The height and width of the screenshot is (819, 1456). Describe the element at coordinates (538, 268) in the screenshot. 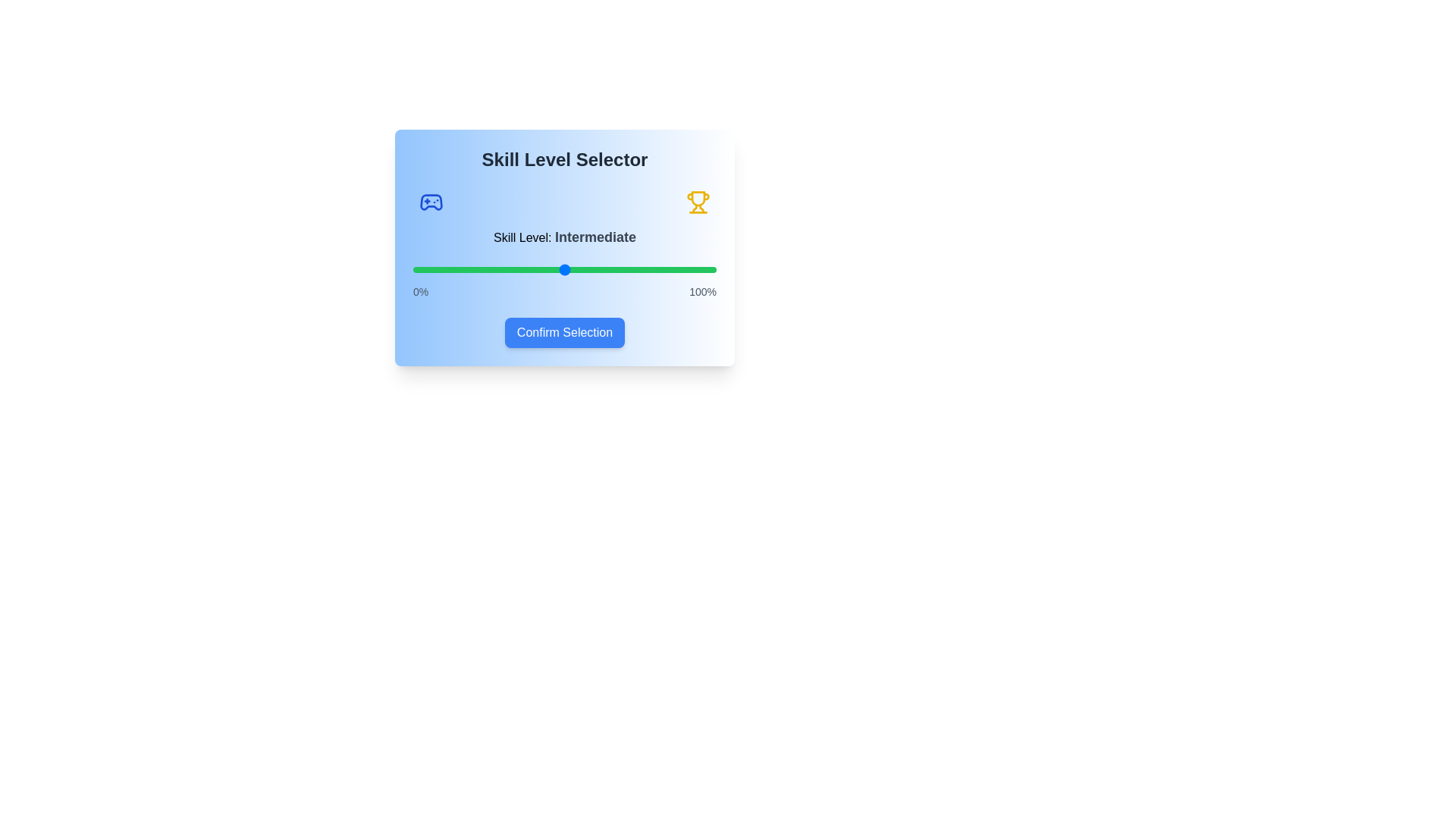

I see `the skill level slider to 41%, where 41 is a value between 0 and 100` at that location.